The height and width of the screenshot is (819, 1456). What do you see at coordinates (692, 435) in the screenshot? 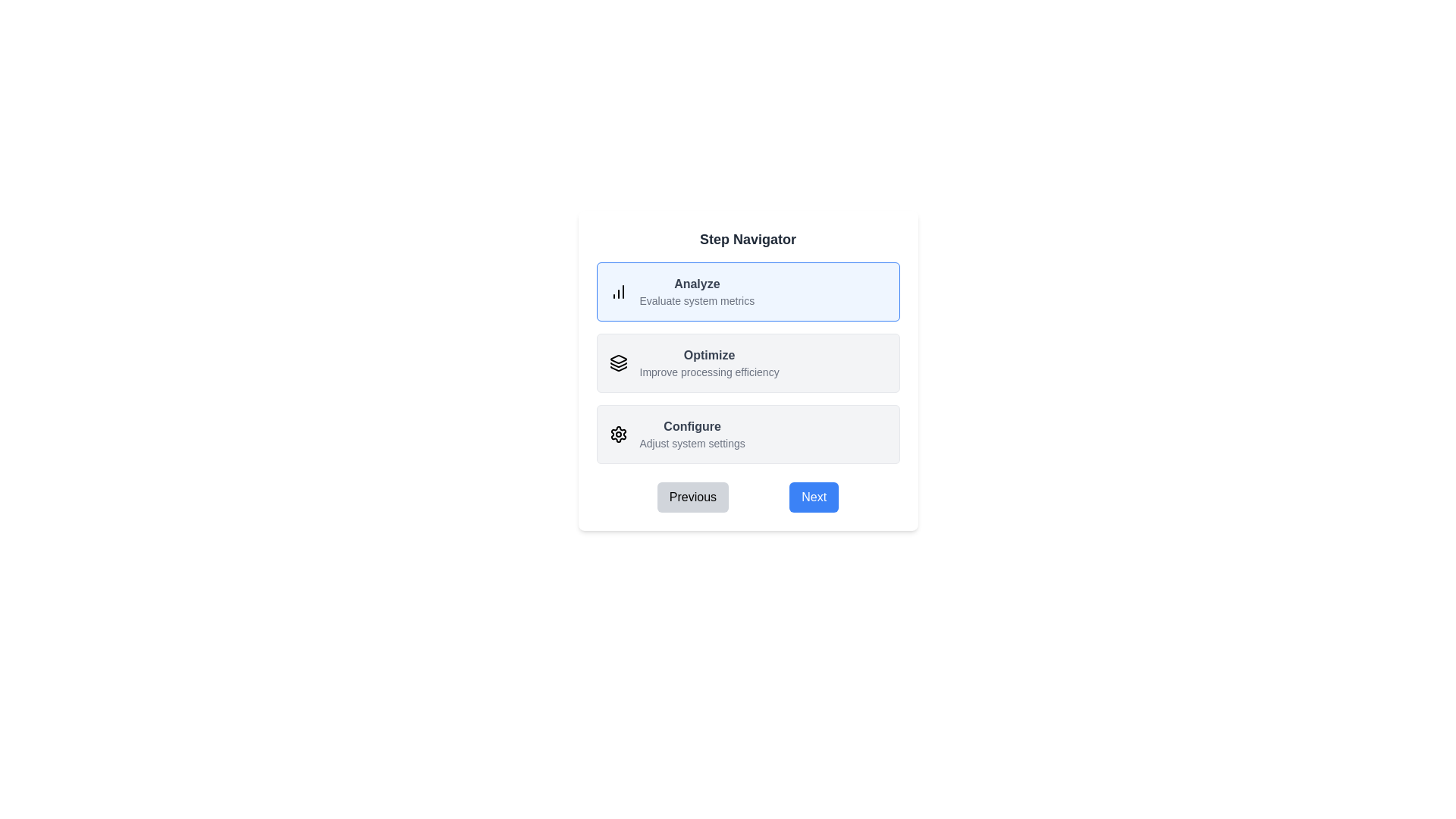
I see `the 'Configure' text label, which is a two-line element with 'Configure' in bold dark gray and 'Adjust system settings' in smaller lighter gray, positioned below 'Analyze' and 'Optimize'` at bounding box center [692, 435].